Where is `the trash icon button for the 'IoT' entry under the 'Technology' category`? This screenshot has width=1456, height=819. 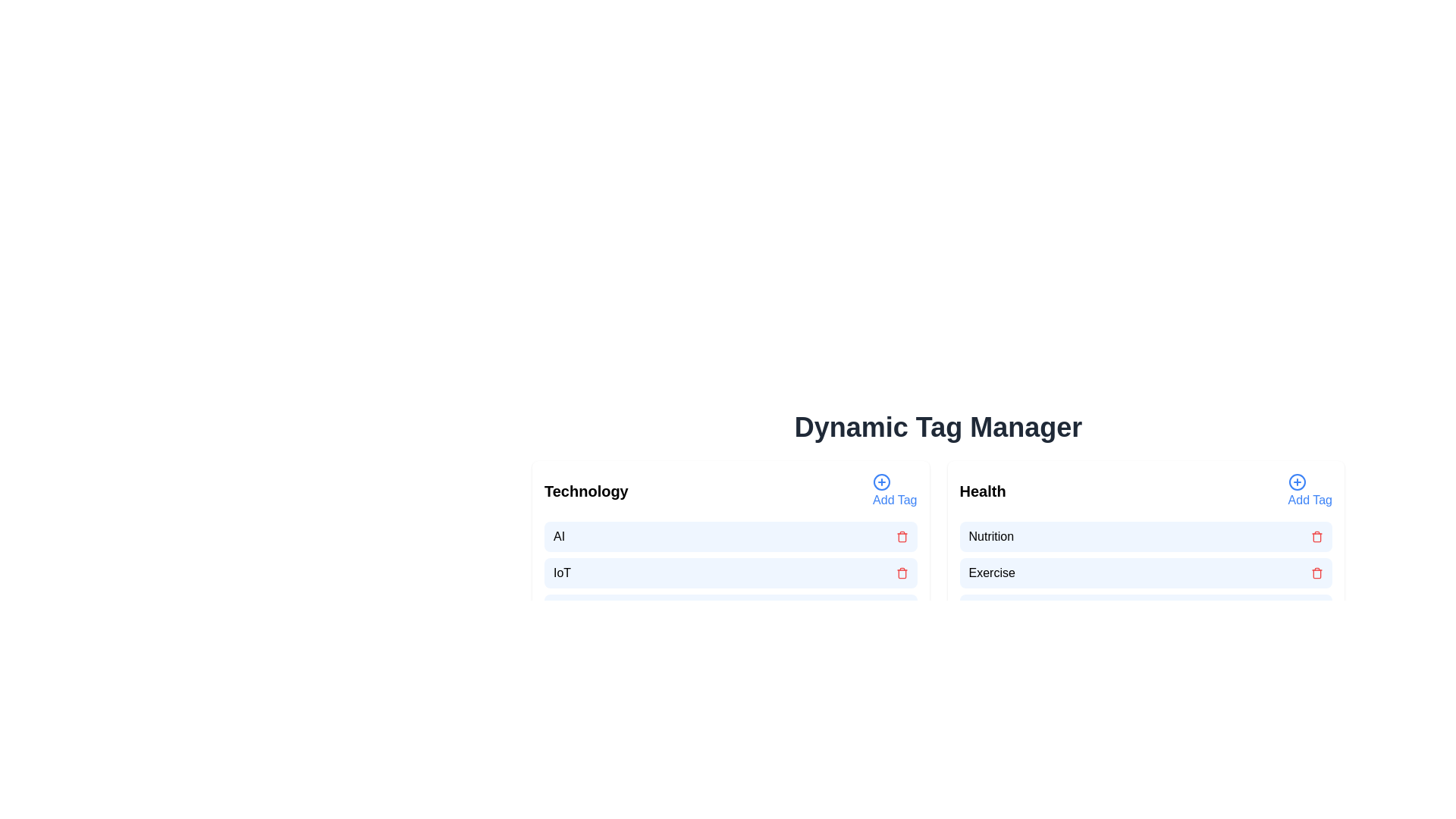
the trash icon button for the 'IoT' entry under the 'Technology' category is located at coordinates (902, 574).